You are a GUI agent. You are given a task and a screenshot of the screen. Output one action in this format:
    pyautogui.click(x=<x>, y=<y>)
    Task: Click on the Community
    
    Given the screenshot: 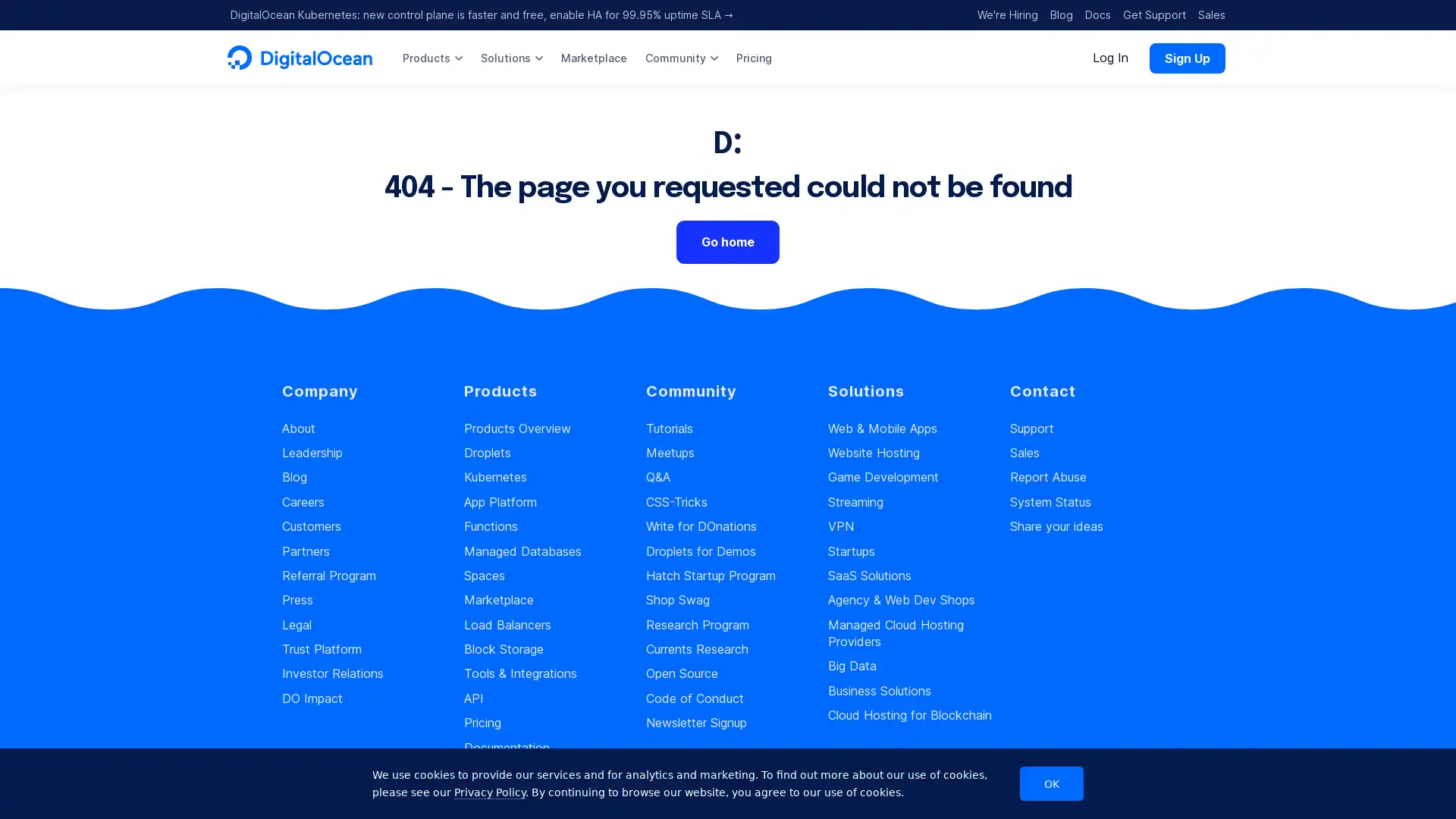 What is the action you would take?
    pyautogui.click(x=680, y=57)
    